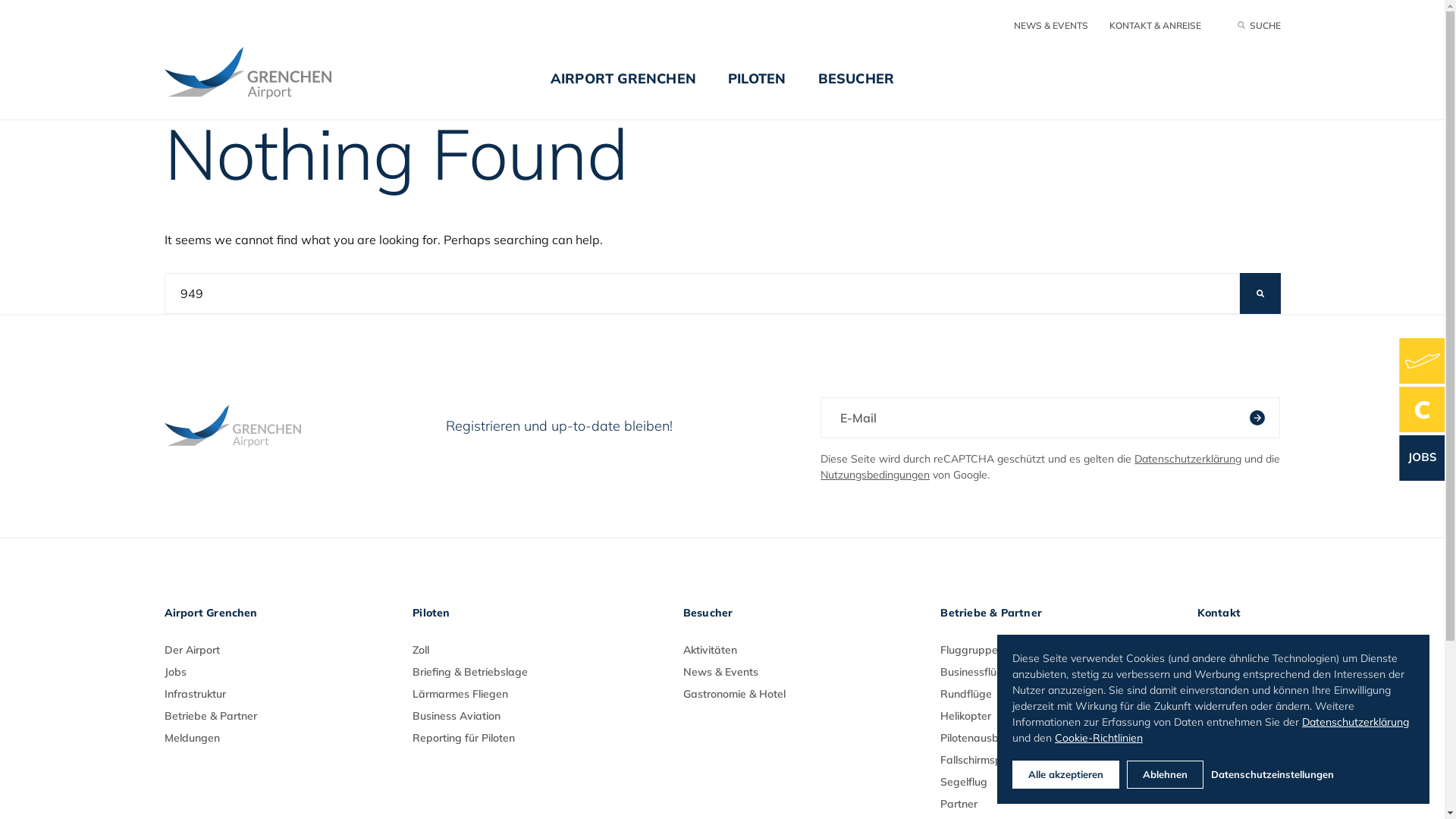  I want to click on 'Datenschutzeinstellungen', so click(1210, 775).